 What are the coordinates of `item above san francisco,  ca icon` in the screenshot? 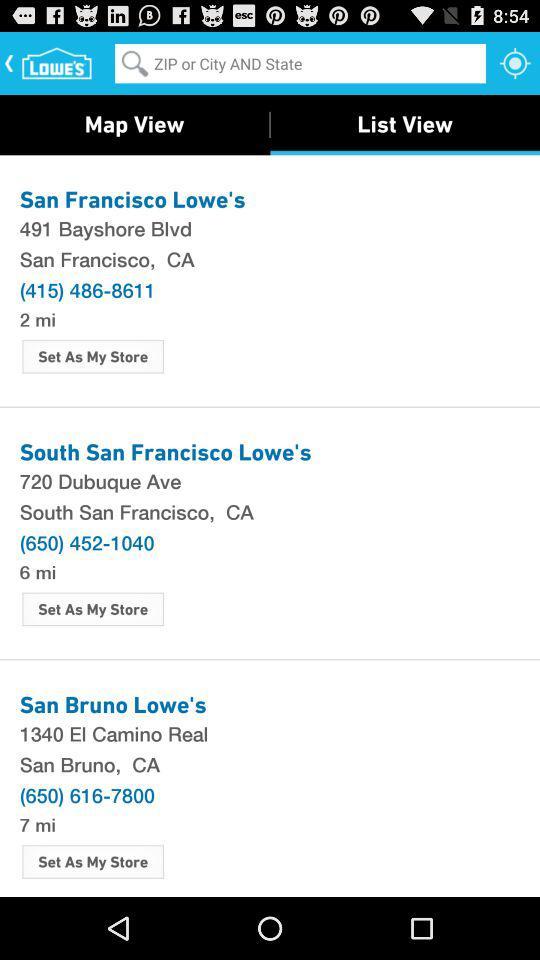 It's located at (270, 228).